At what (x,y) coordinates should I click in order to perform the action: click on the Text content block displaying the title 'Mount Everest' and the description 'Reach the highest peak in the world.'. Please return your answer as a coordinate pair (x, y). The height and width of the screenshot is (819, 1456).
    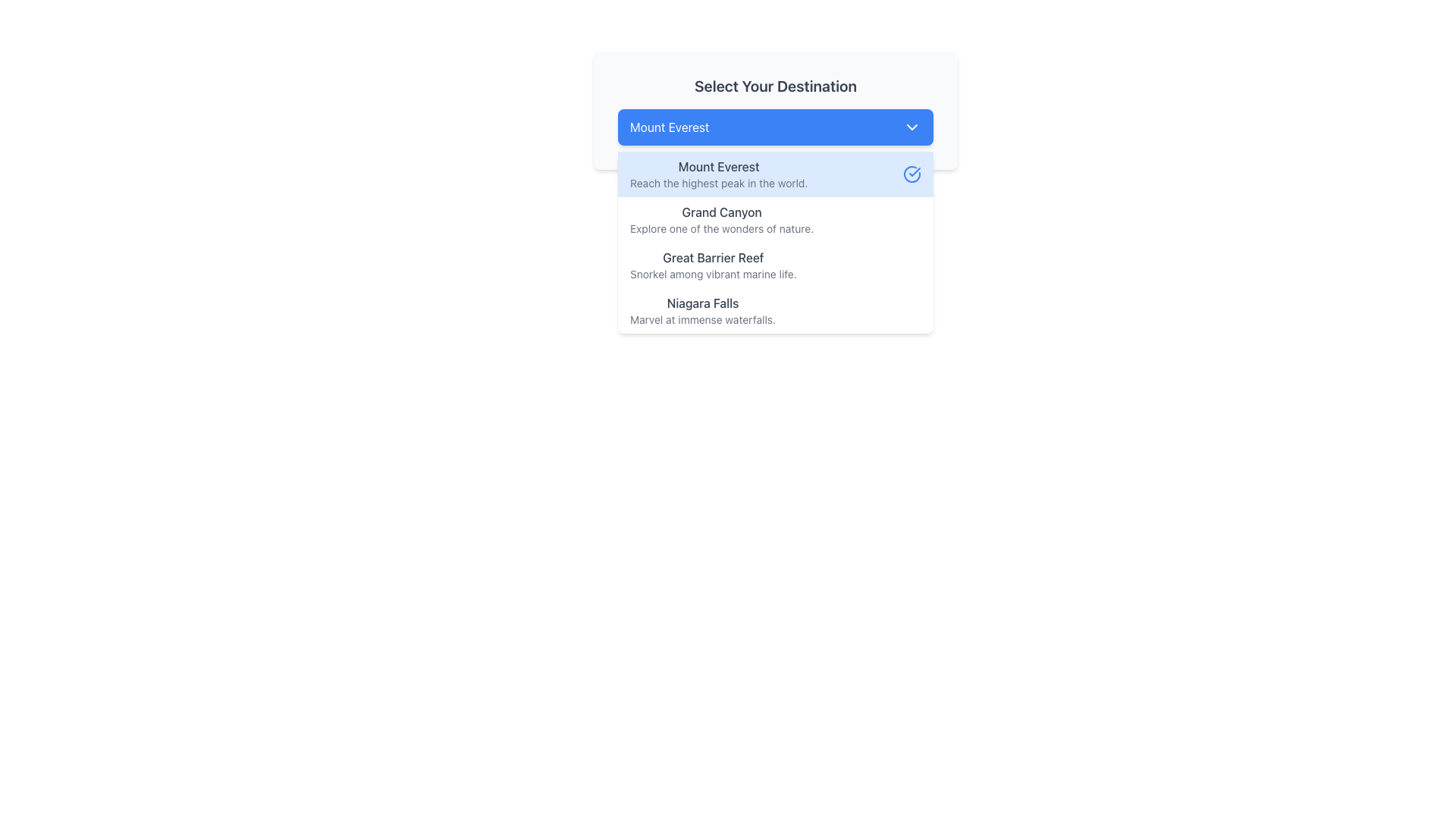
    Looking at the image, I should click on (718, 174).